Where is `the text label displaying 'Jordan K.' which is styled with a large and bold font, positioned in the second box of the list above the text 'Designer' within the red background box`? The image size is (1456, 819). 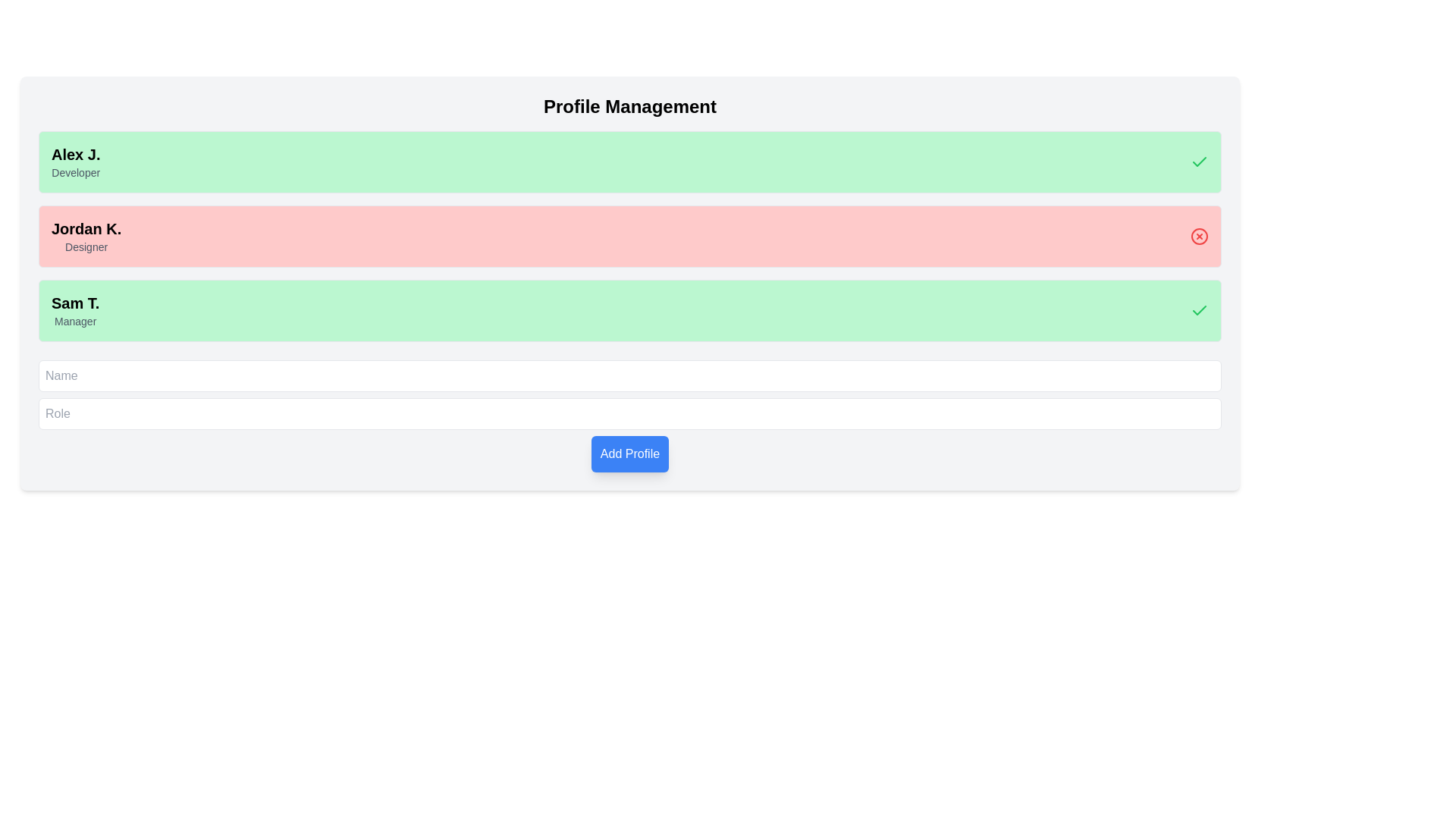
the text label displaying 'Jordan K.' which is styled with a large and bold font, positioned in the second box of the list above the text 'Designer' within the red background box is located at coordinates (86, 228).